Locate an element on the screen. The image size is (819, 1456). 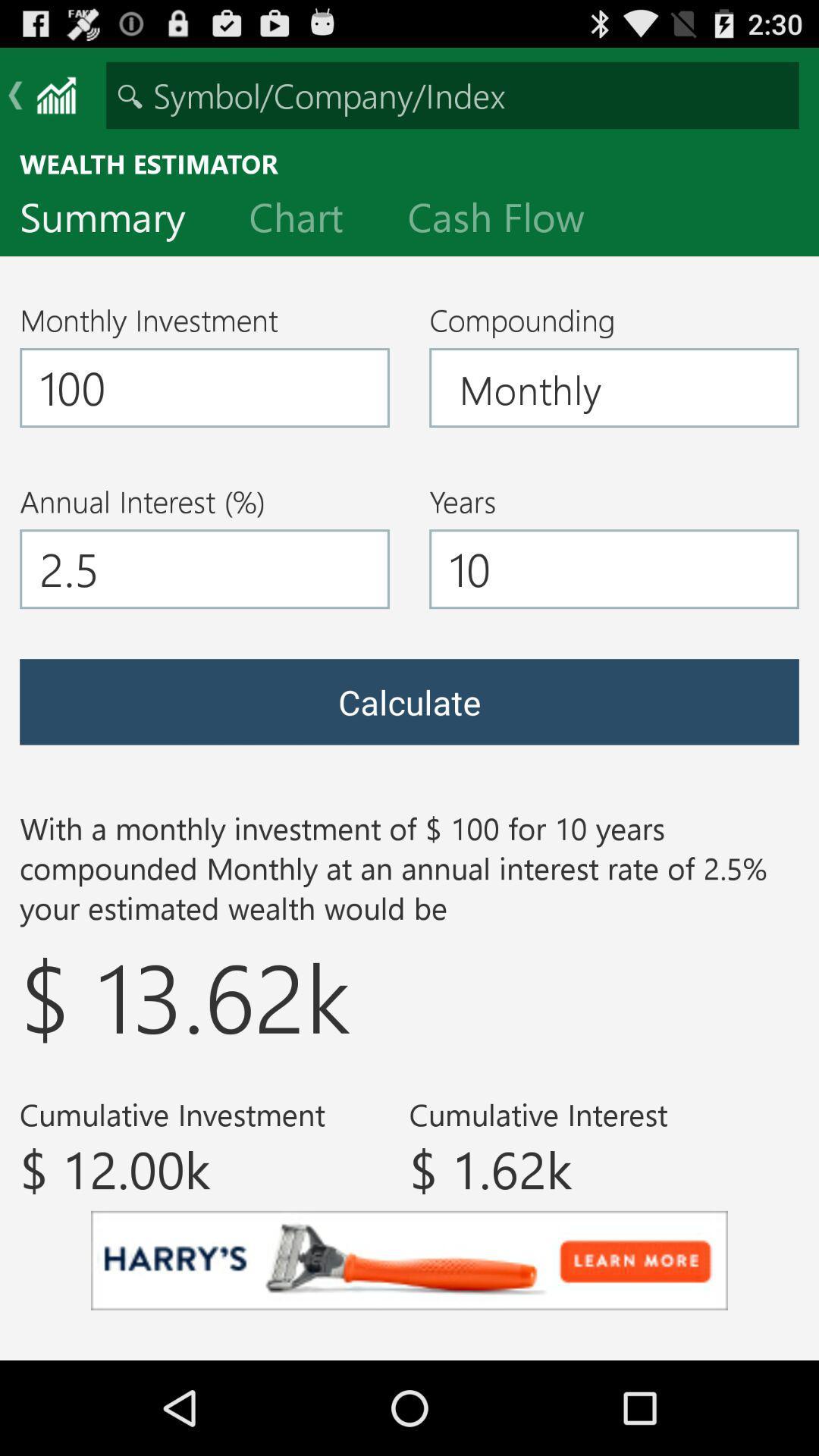
the item next to summary item is located at coordinates (307, 220).